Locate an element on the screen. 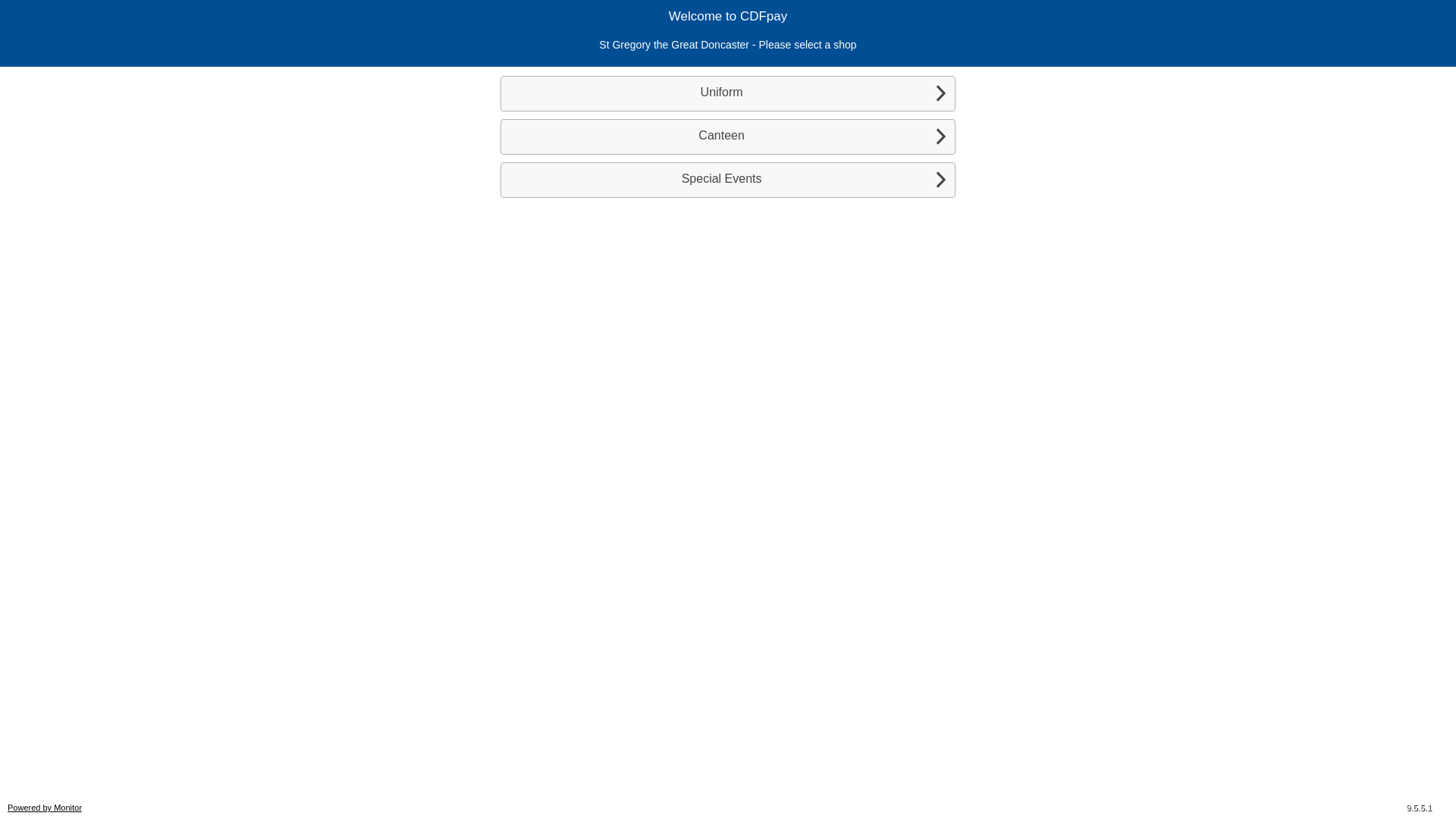  'Powered by Monitor' is located at coordinates (7, 806).